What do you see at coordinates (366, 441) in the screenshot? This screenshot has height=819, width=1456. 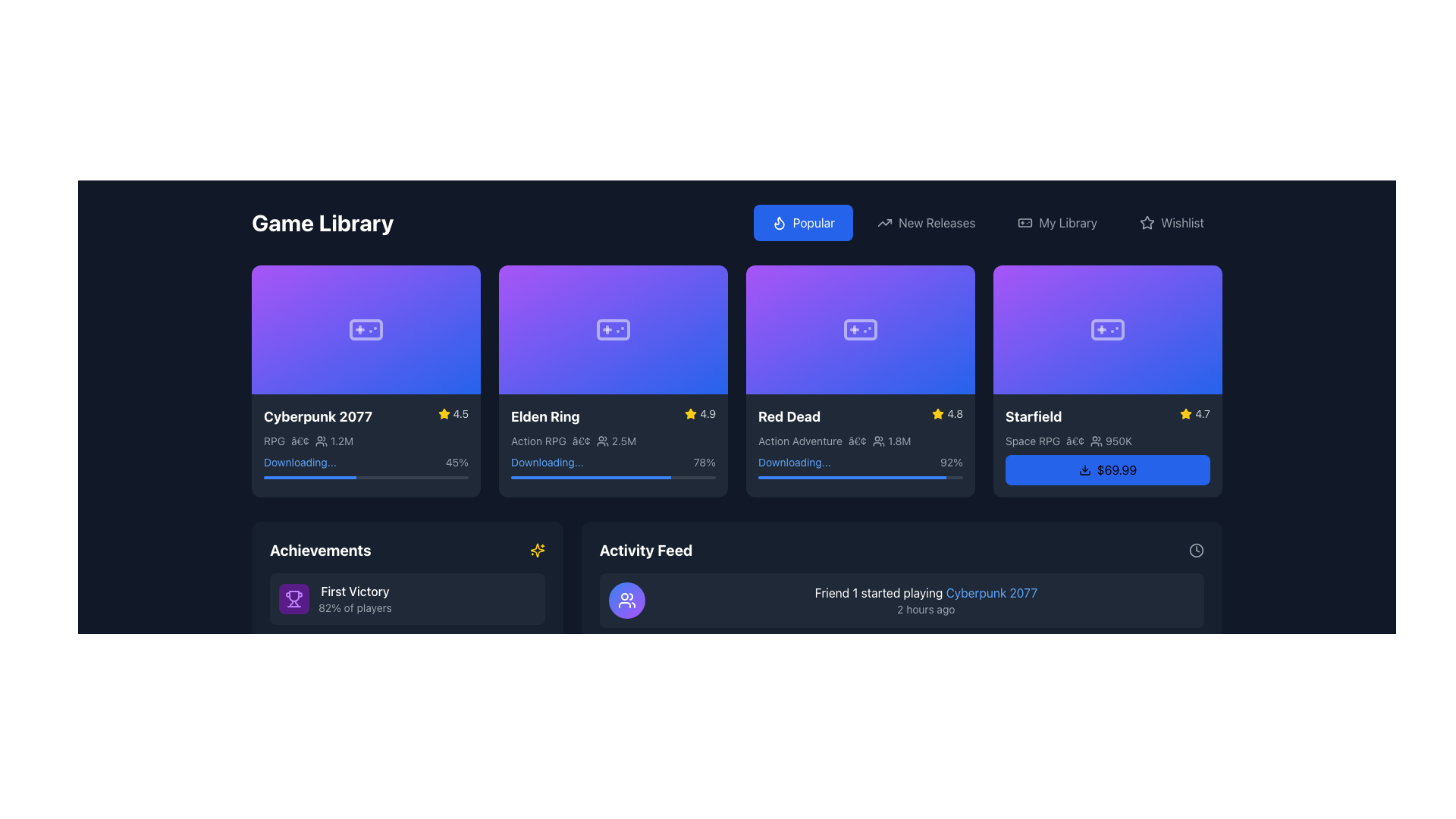 I see `displayed information of the 'Cyberpunk 2077' game meta-information section located in the description area below the title and star rating` at bounding box center [366, 441].